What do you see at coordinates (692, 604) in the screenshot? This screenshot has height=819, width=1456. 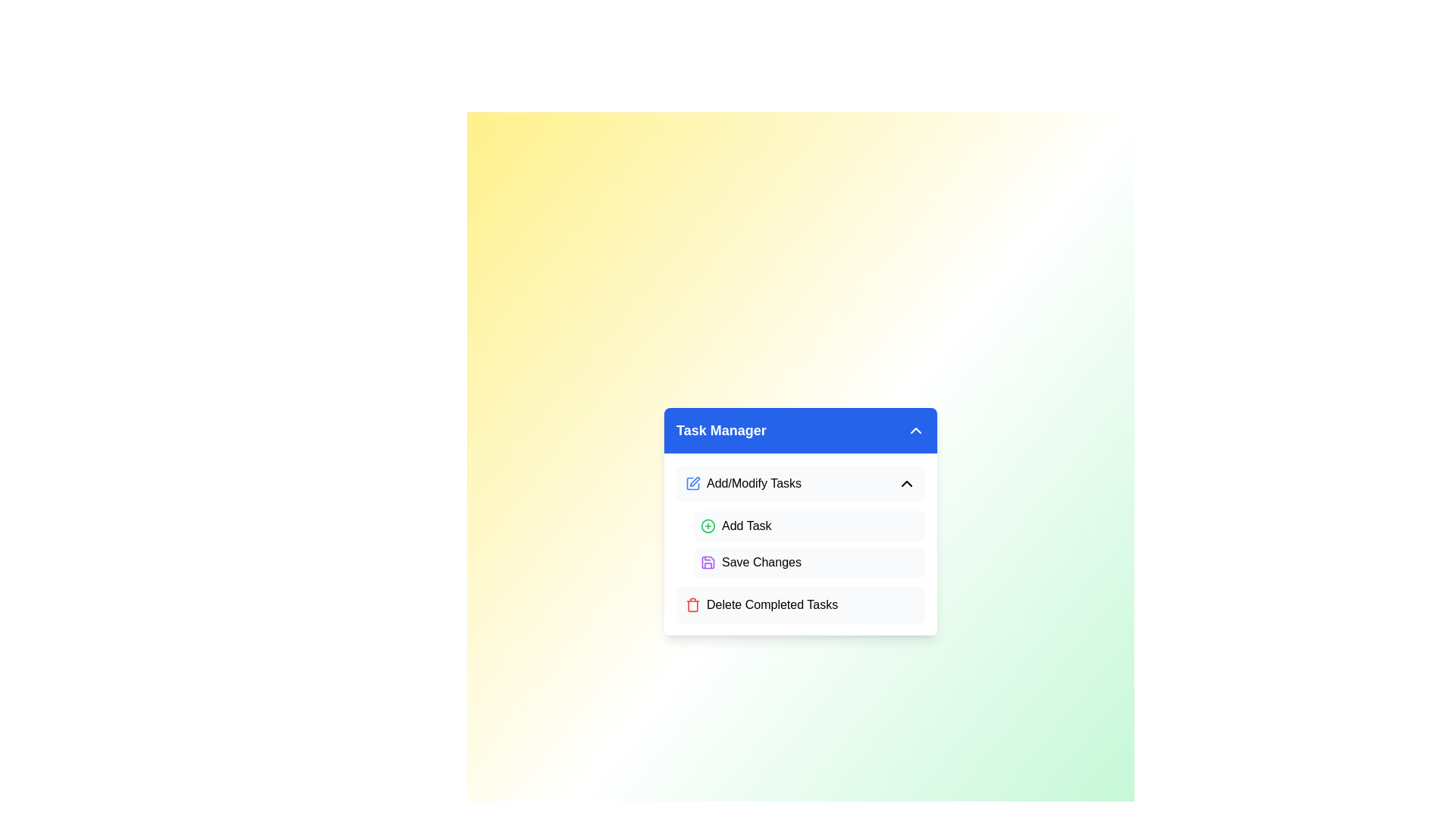 I see `the delete icon in the 'Delete Completed Tasks' entry of the 'Task Manager' panel` at bounding box center [692, 604].